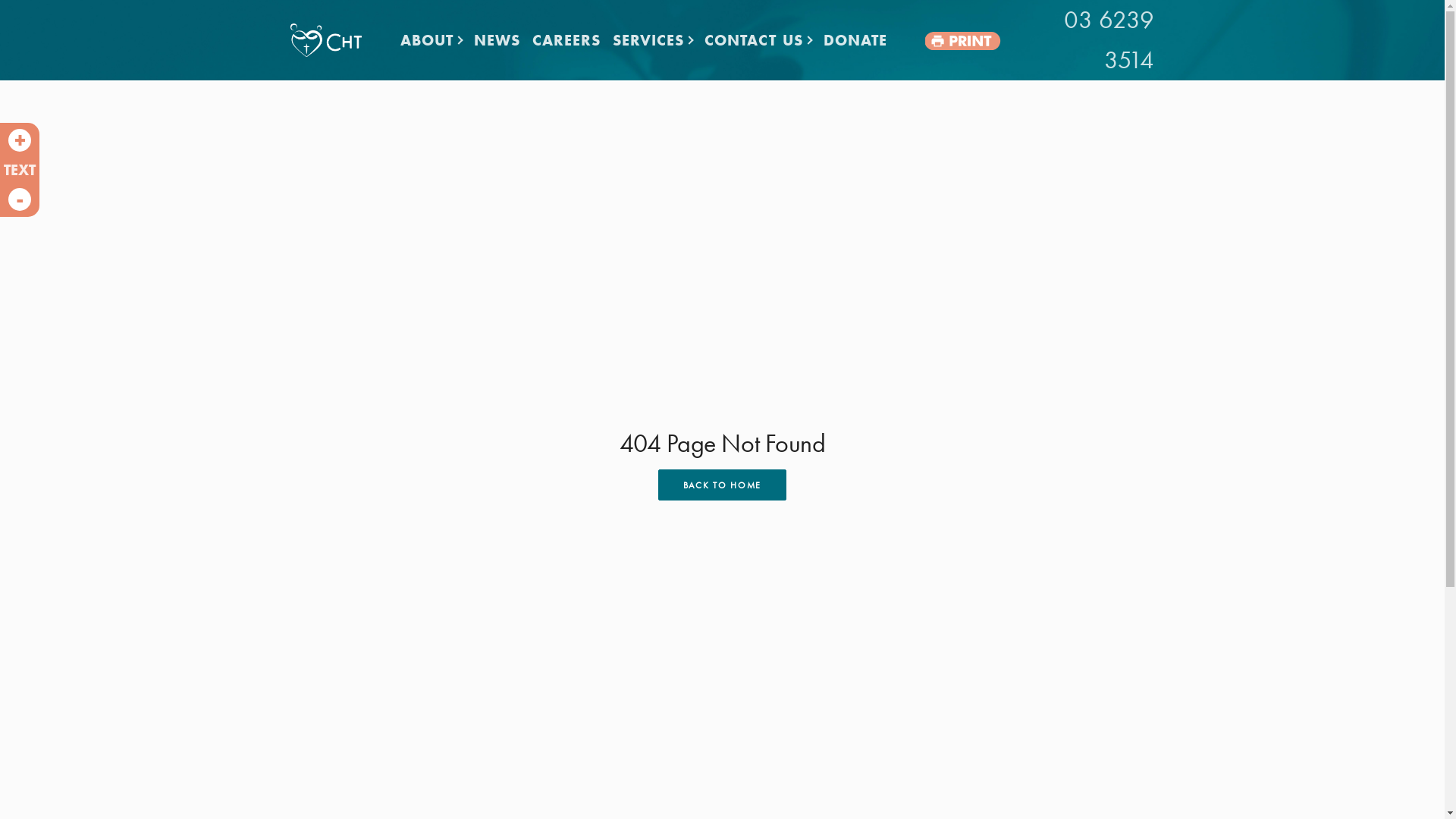 This screenshot has height=819, width=1456. I want to click on 'DONATE', so click(855, 39).